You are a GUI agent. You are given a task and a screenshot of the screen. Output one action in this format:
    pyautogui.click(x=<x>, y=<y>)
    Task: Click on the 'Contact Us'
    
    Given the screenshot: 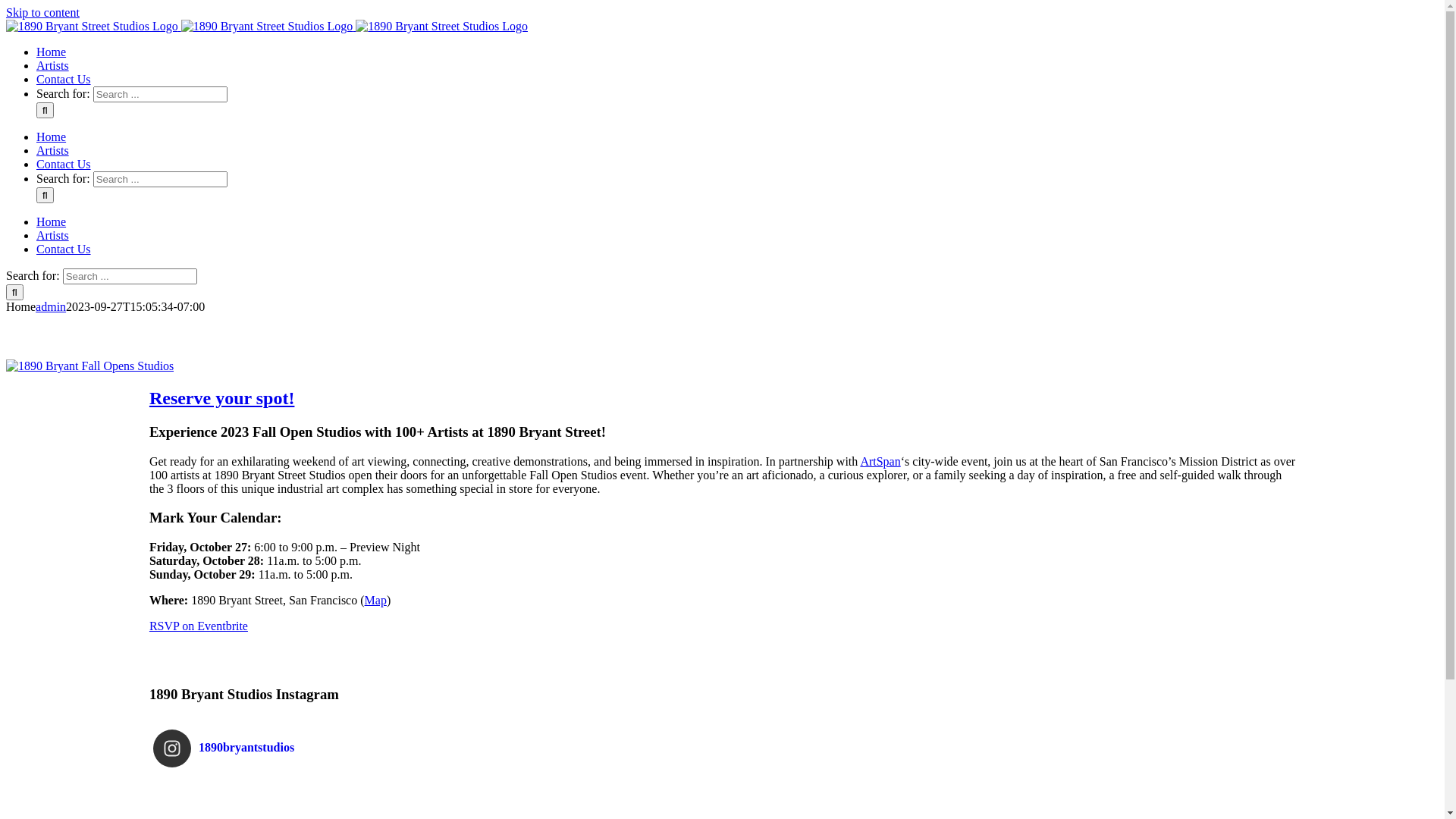 What is the action you would take?
    pyautogui.click(x=62, y=79)
    